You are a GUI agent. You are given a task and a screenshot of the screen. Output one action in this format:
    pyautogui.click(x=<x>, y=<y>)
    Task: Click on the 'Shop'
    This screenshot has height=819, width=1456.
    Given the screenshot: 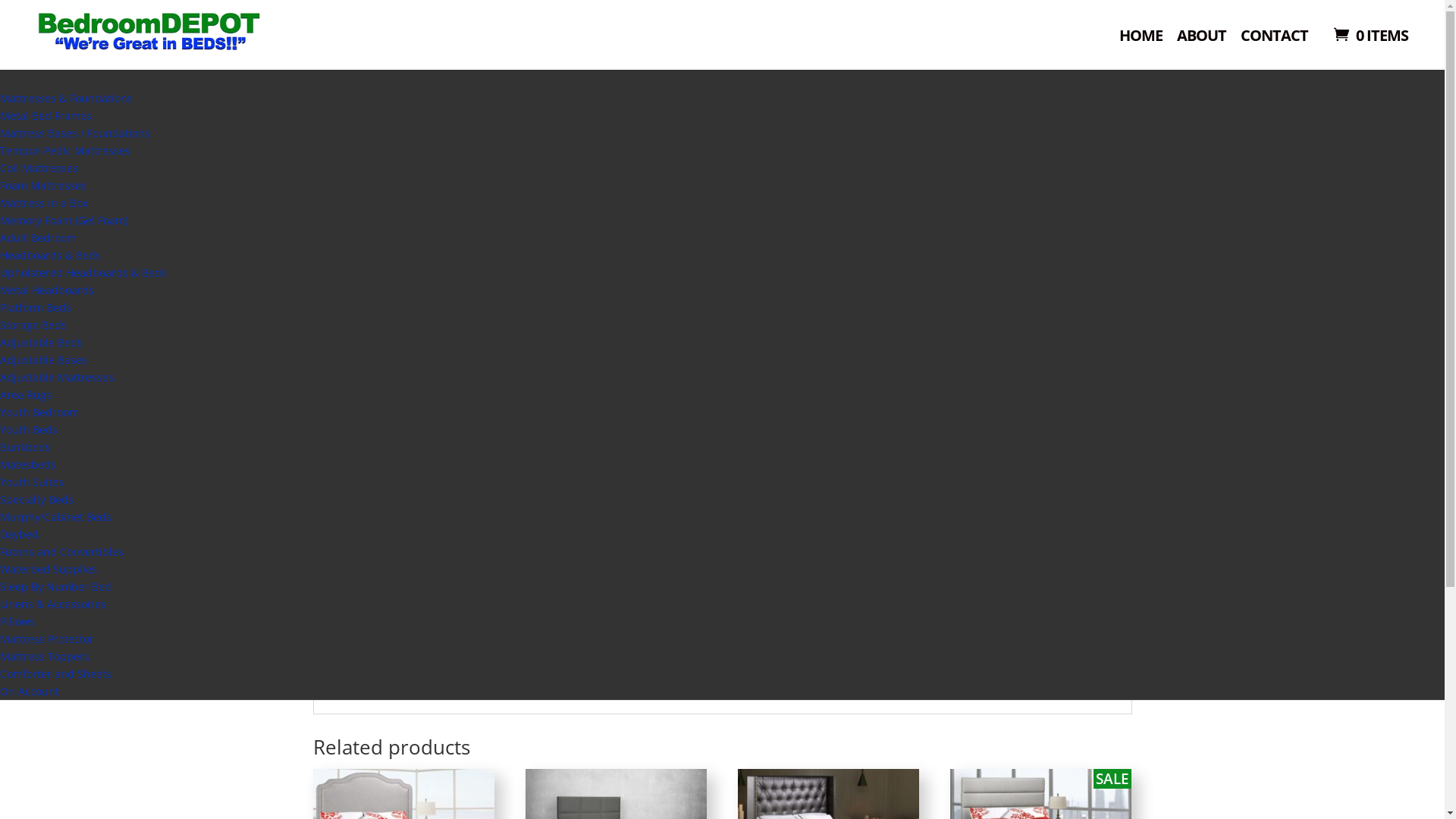 What is the action you would take?
    pyautogui.click(x=626, y=58)
    